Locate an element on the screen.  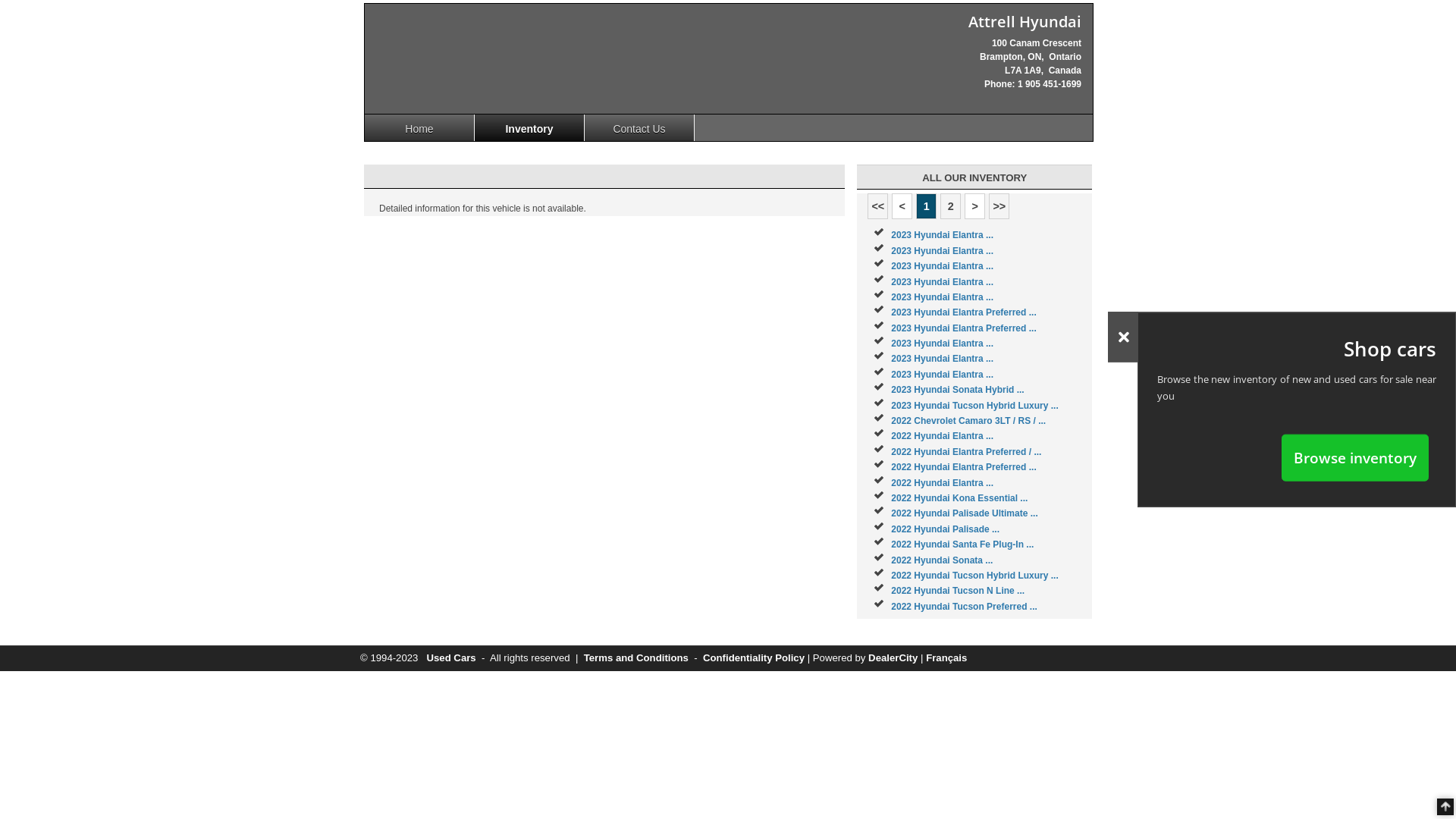
'Confidentiality Policy' is located at coordinates (753, 657).